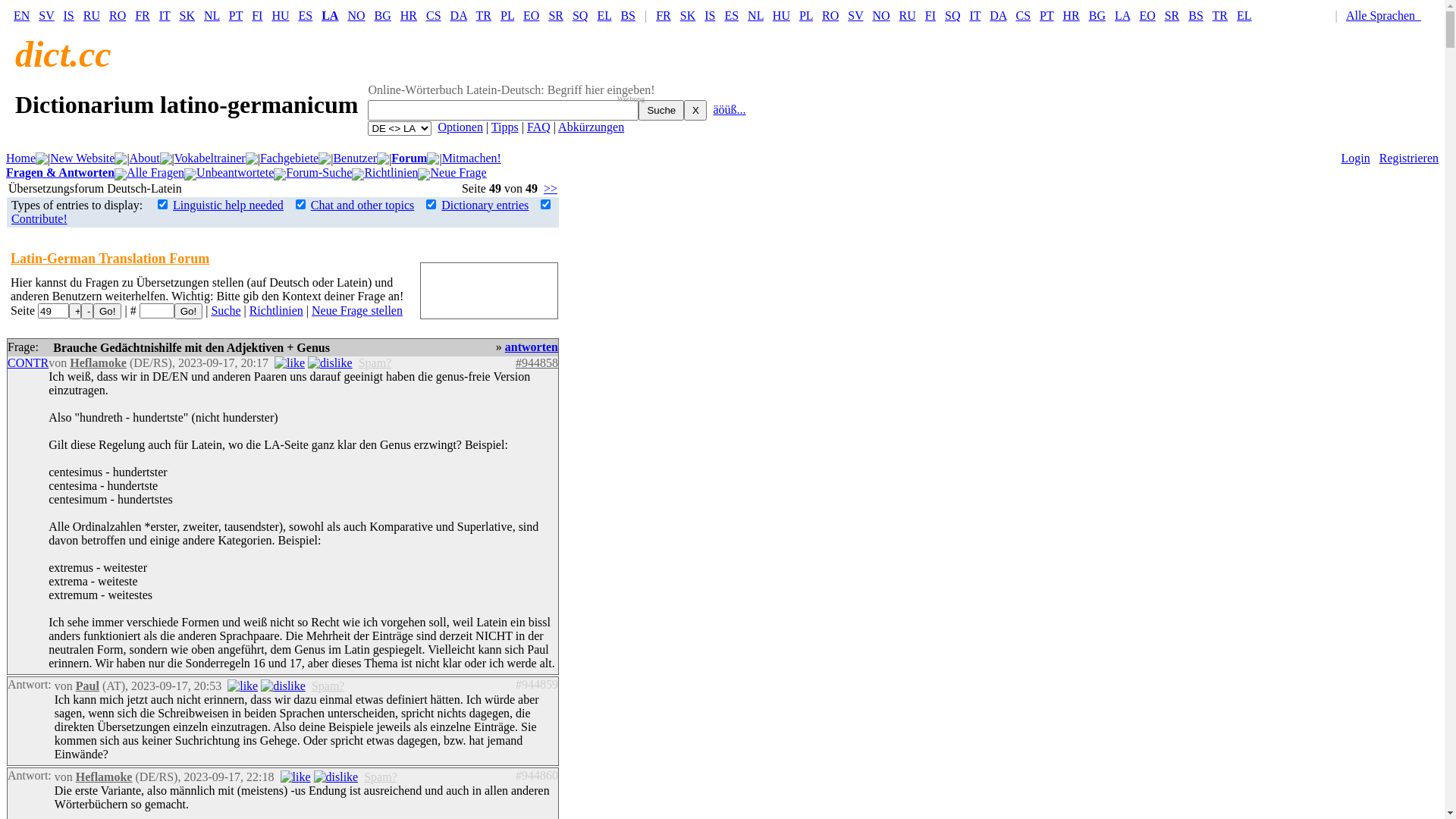 Image resolution: width=1456 pixels, height=819 pixels. Describe the element at coordinates (425, 15) in the screenshot. I see `'CS'` at that location.